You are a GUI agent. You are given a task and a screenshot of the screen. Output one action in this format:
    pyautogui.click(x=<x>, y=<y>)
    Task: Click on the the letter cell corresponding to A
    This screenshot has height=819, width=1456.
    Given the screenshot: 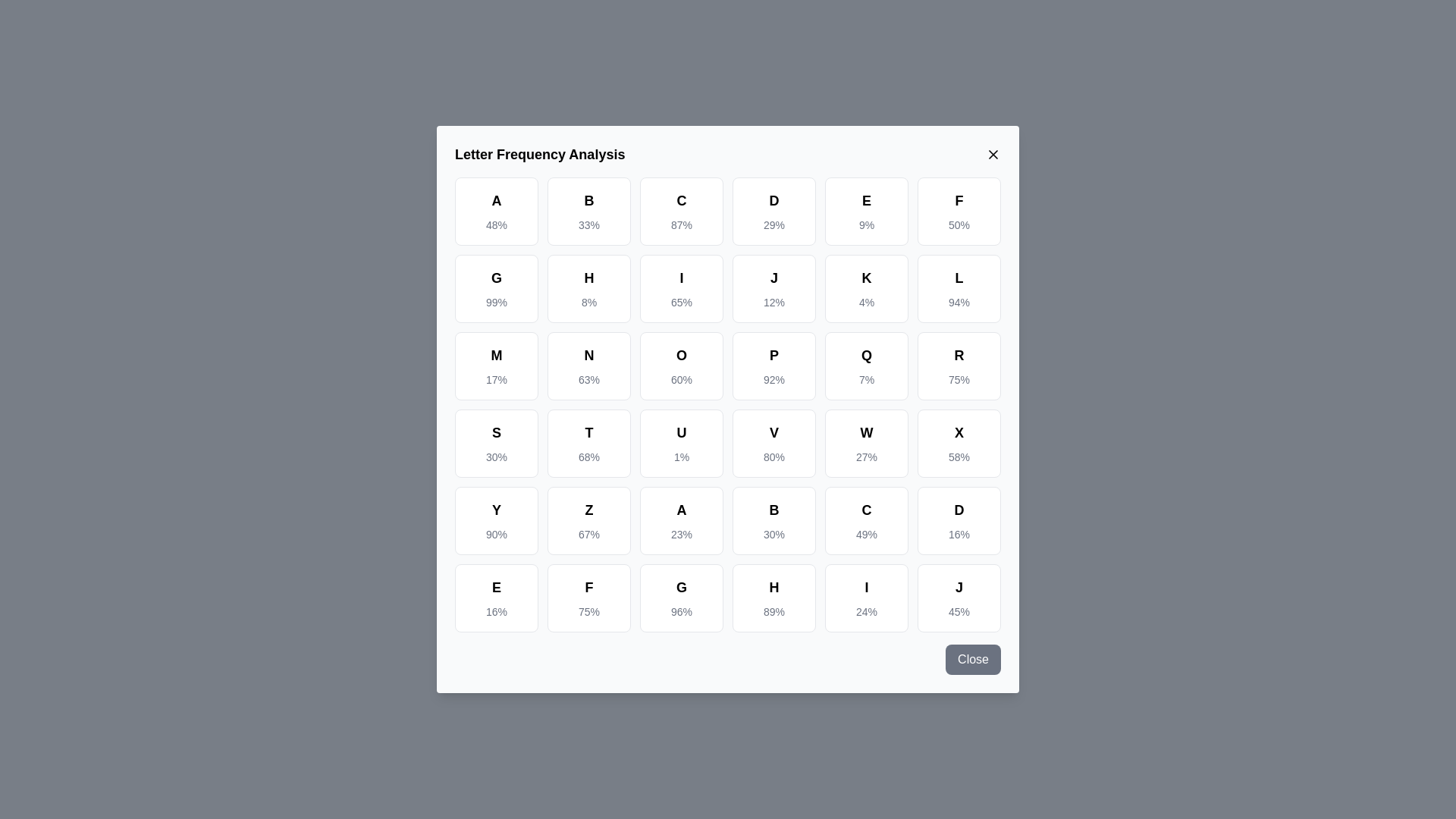 What is the action you would take?
    pyautogui.click(x=496, y=211)
    